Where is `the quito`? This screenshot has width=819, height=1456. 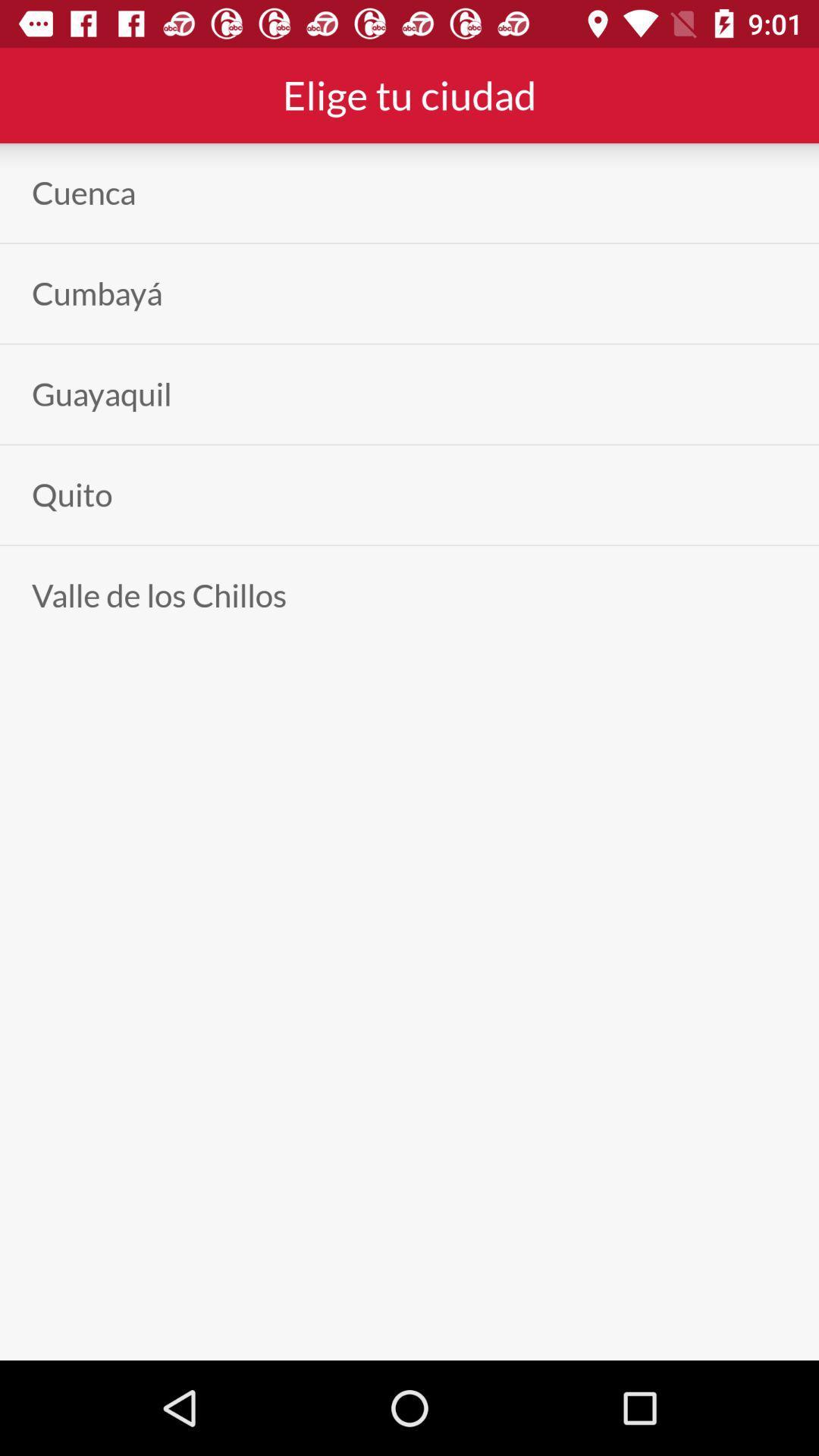 the quito is located at coordinates (72, 494).